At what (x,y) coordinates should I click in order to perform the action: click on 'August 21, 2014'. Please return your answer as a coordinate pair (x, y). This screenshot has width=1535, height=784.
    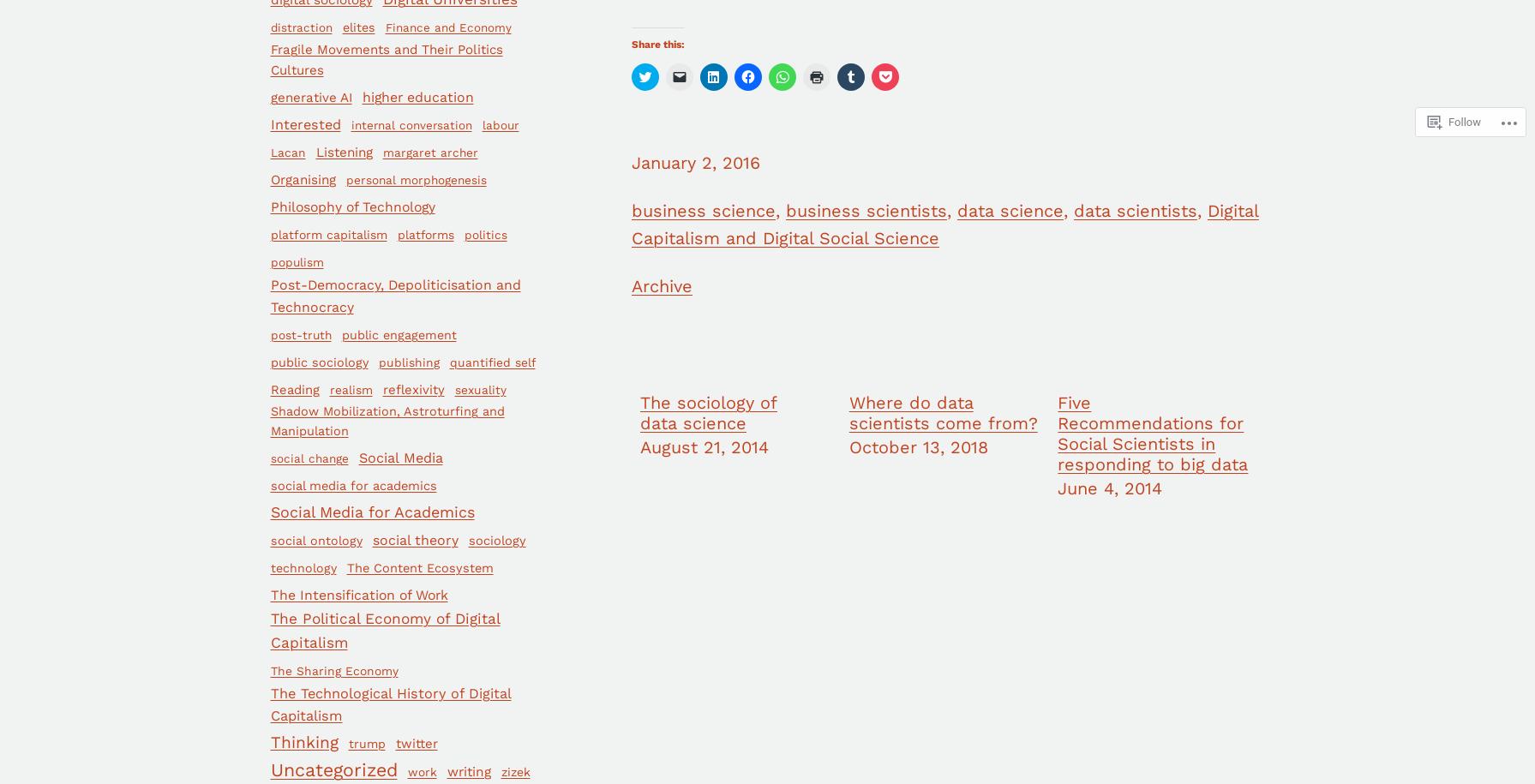
    Looking at the image, I should click on (639, 446).